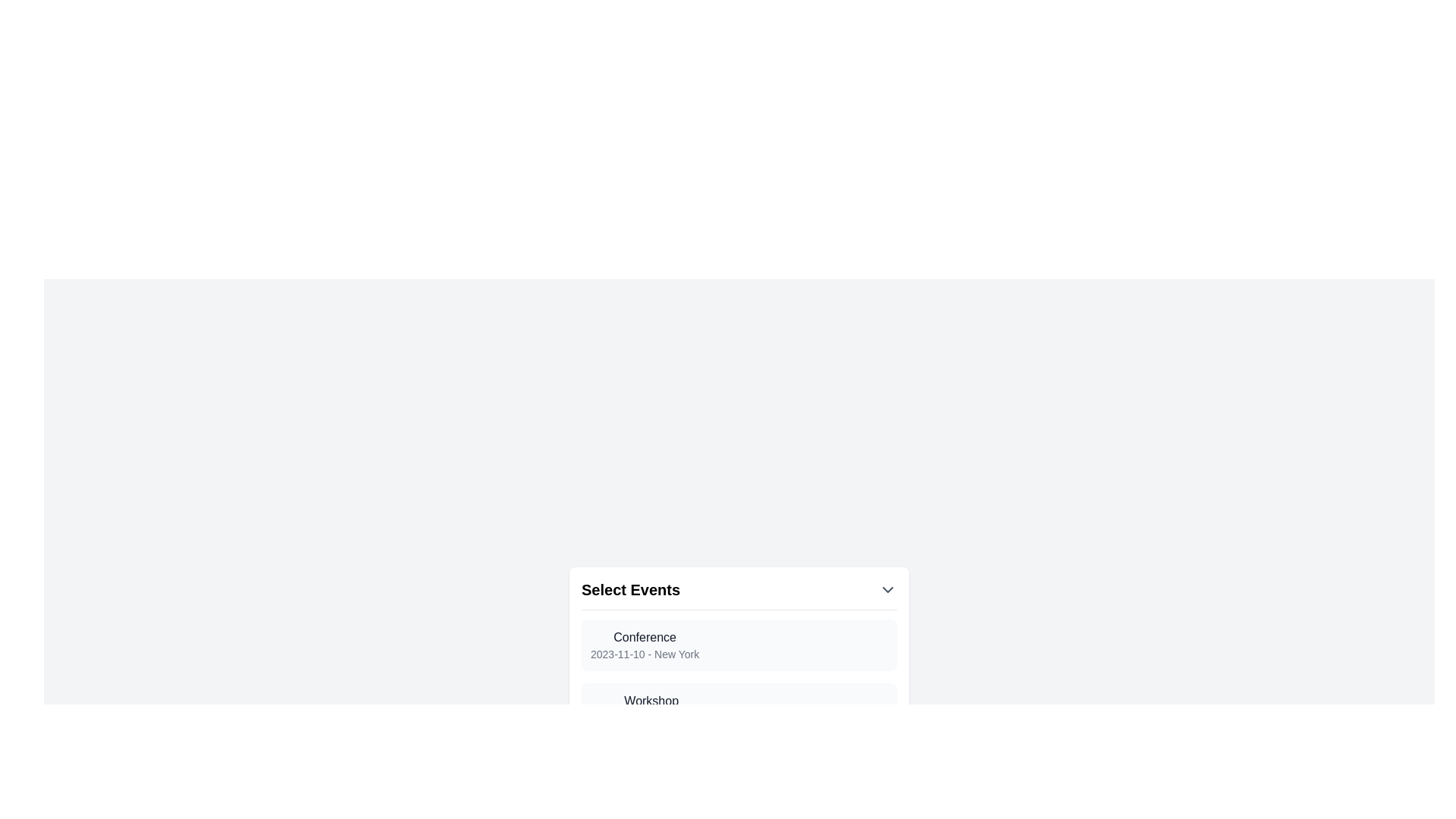 Image resolution: width=1456 pixels, height=819 pixels. I want to click on event details from the text block titled 'Conference' located in the 'Select Events' drop-down menu, which contains two lines of text, the first being 'Conference' and the second '2023-11-10 - New York', so click(645, 645).